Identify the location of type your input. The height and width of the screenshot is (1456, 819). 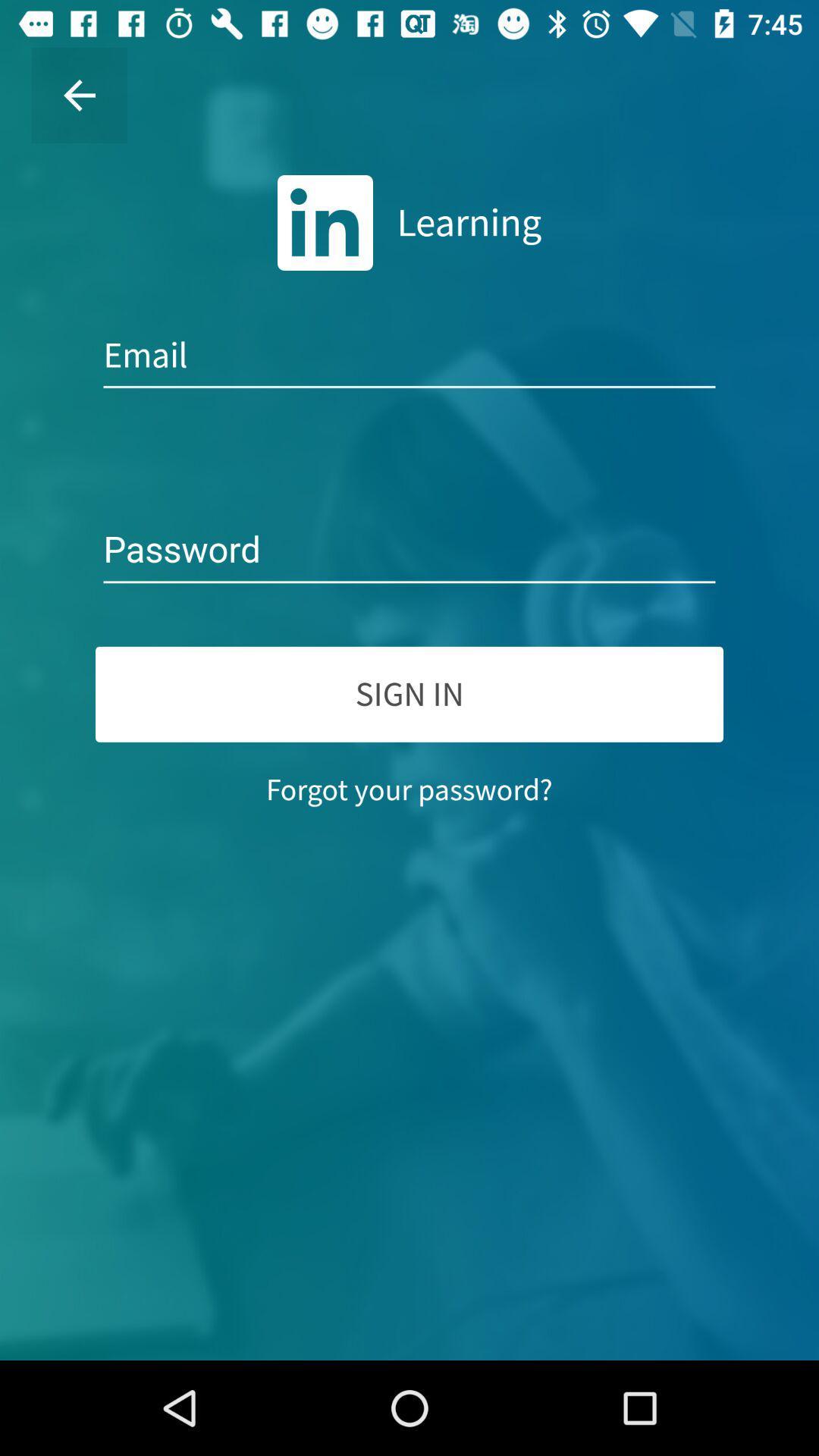
(409, 550).